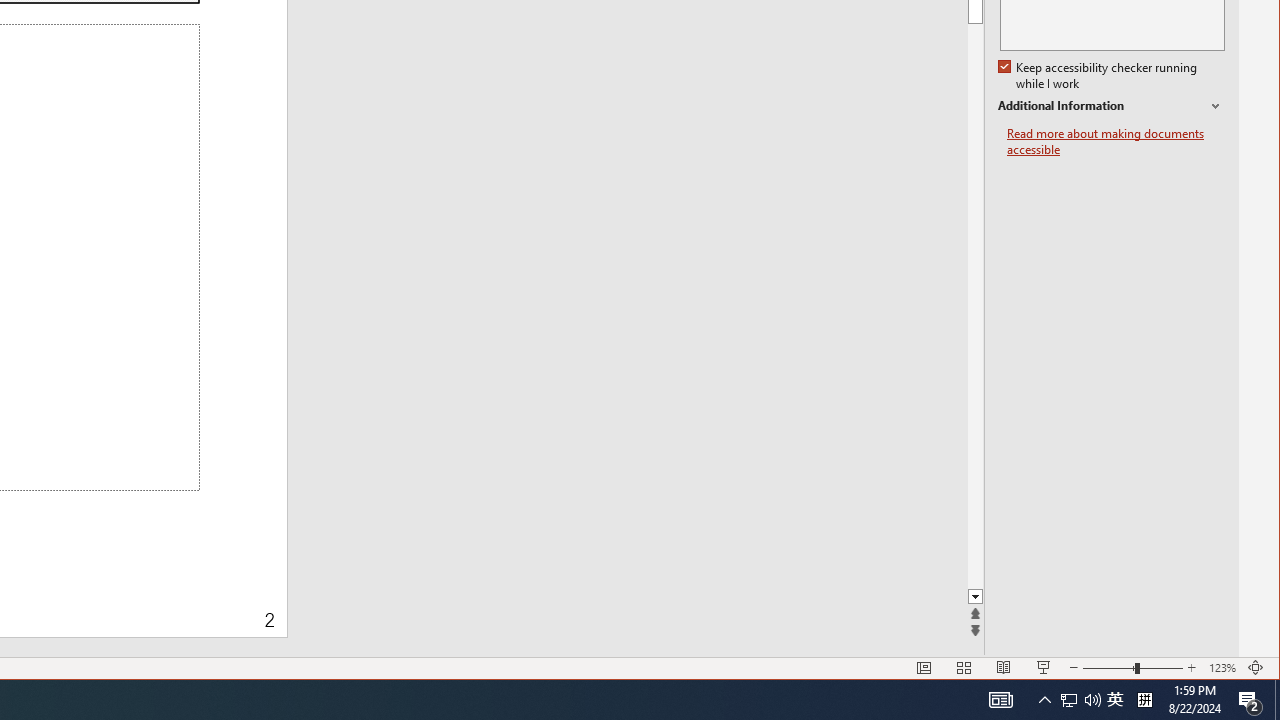  I want to click on 'Read more about making documents accessible', so click(1115, 141).